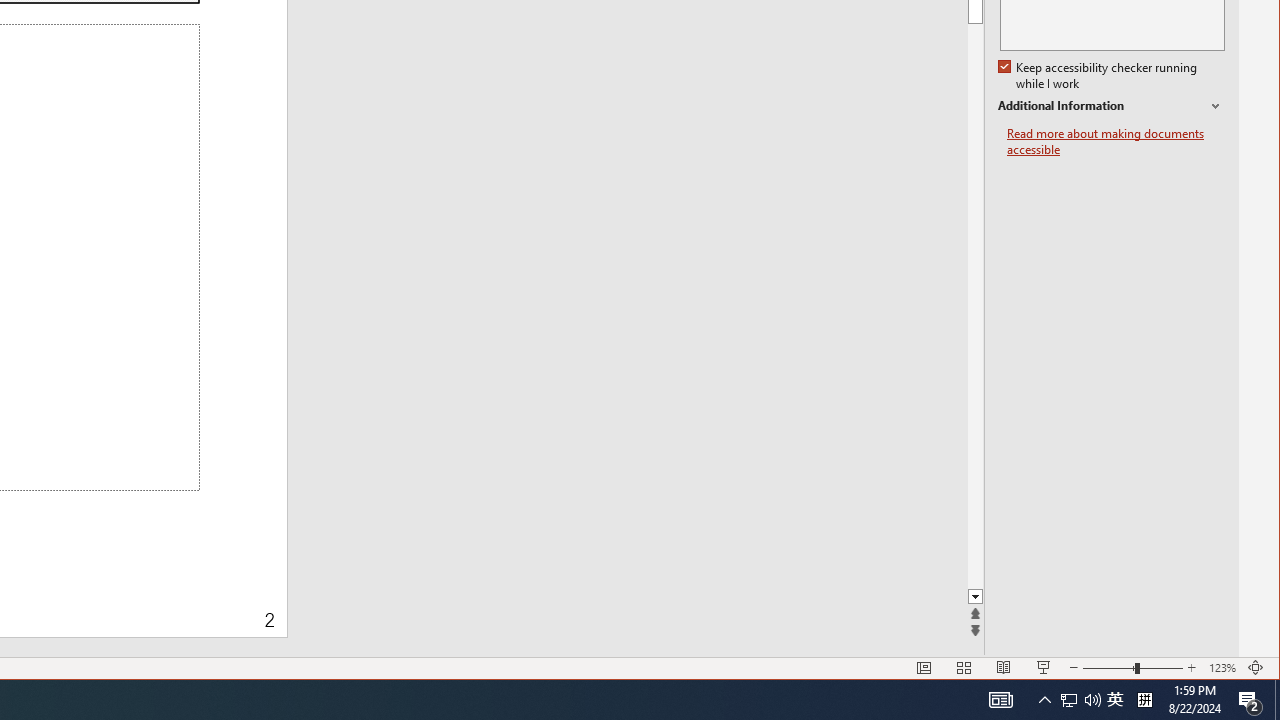  I want to click on 'Read more about making documents accessible', so click(1115, 141).